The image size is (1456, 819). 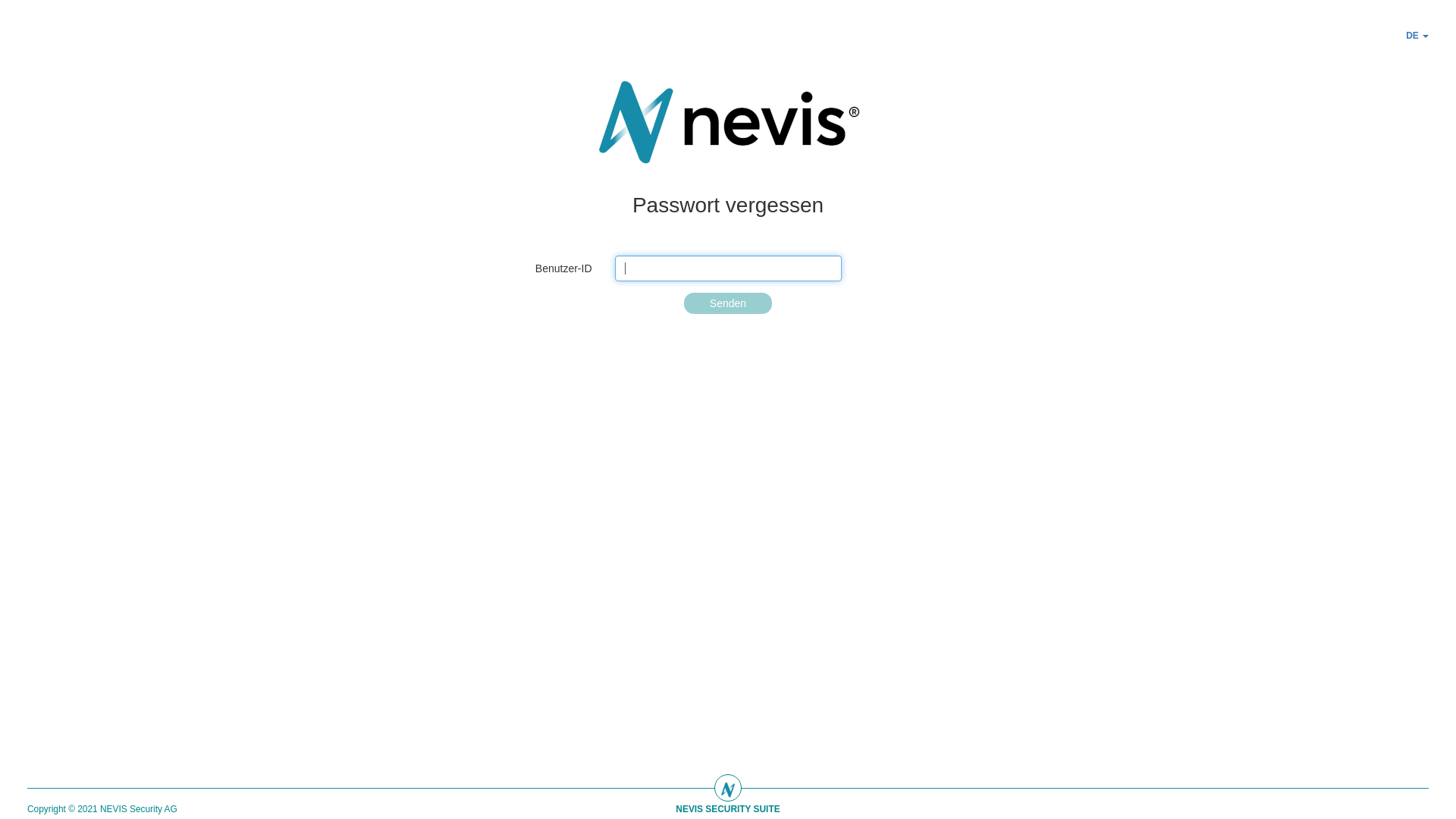 What do you see at coordinates (728, 303) in the screenshot?
I see `'Senden'` at bounding box center [728, 303].